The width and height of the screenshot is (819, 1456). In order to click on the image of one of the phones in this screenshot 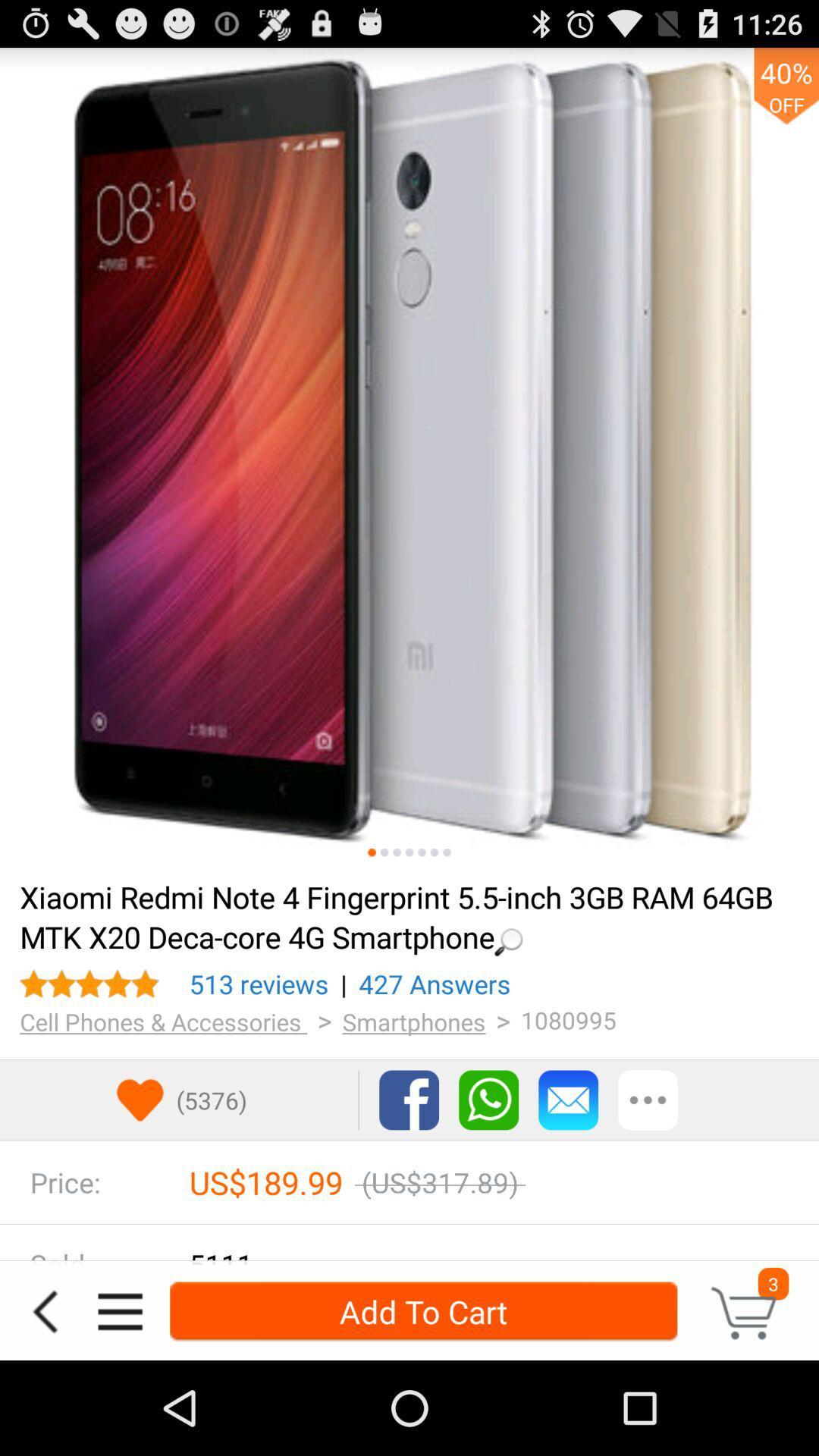, I will do `click(446, 852)`.